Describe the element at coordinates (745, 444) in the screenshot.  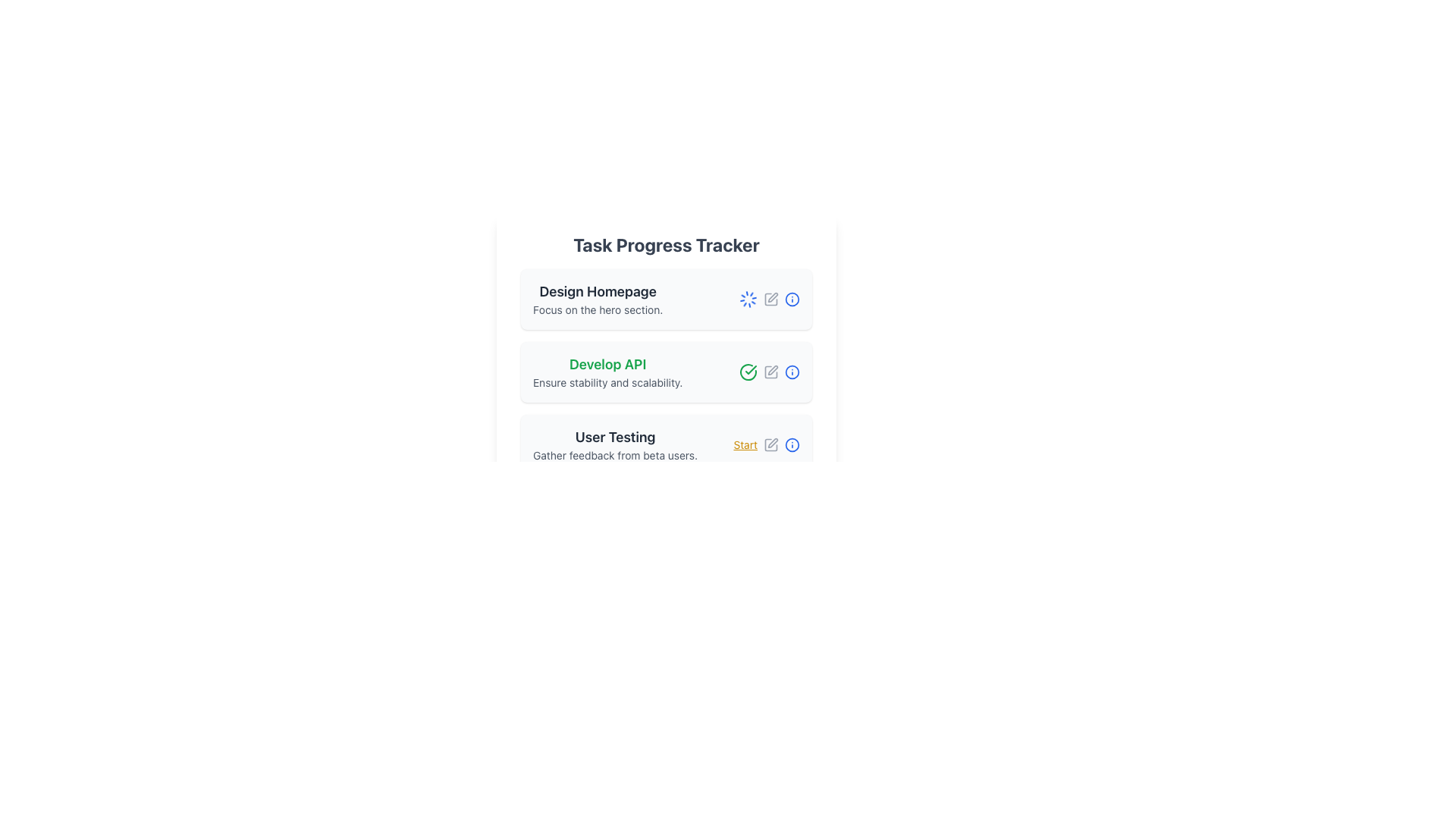
I see `the hyperlink located in the 'User Testing' section of the 'Task Progress Tracker' interface, positioned to the right side adjacent to other interactive icons` at that location.